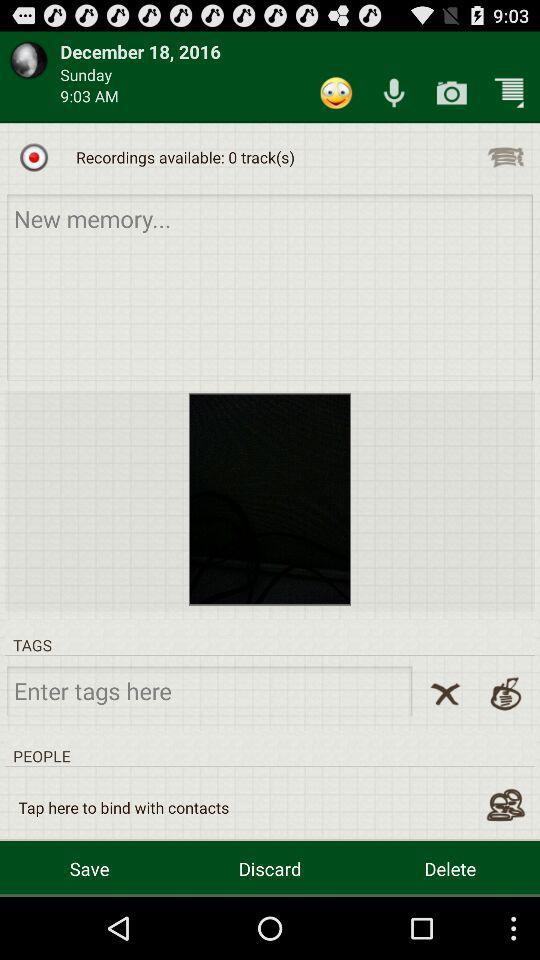 The image size is (540, 960). What do you see at coordinates (123, 807) in the screenshot?
I see `the item above save icon` at bounding box center [123, 807].